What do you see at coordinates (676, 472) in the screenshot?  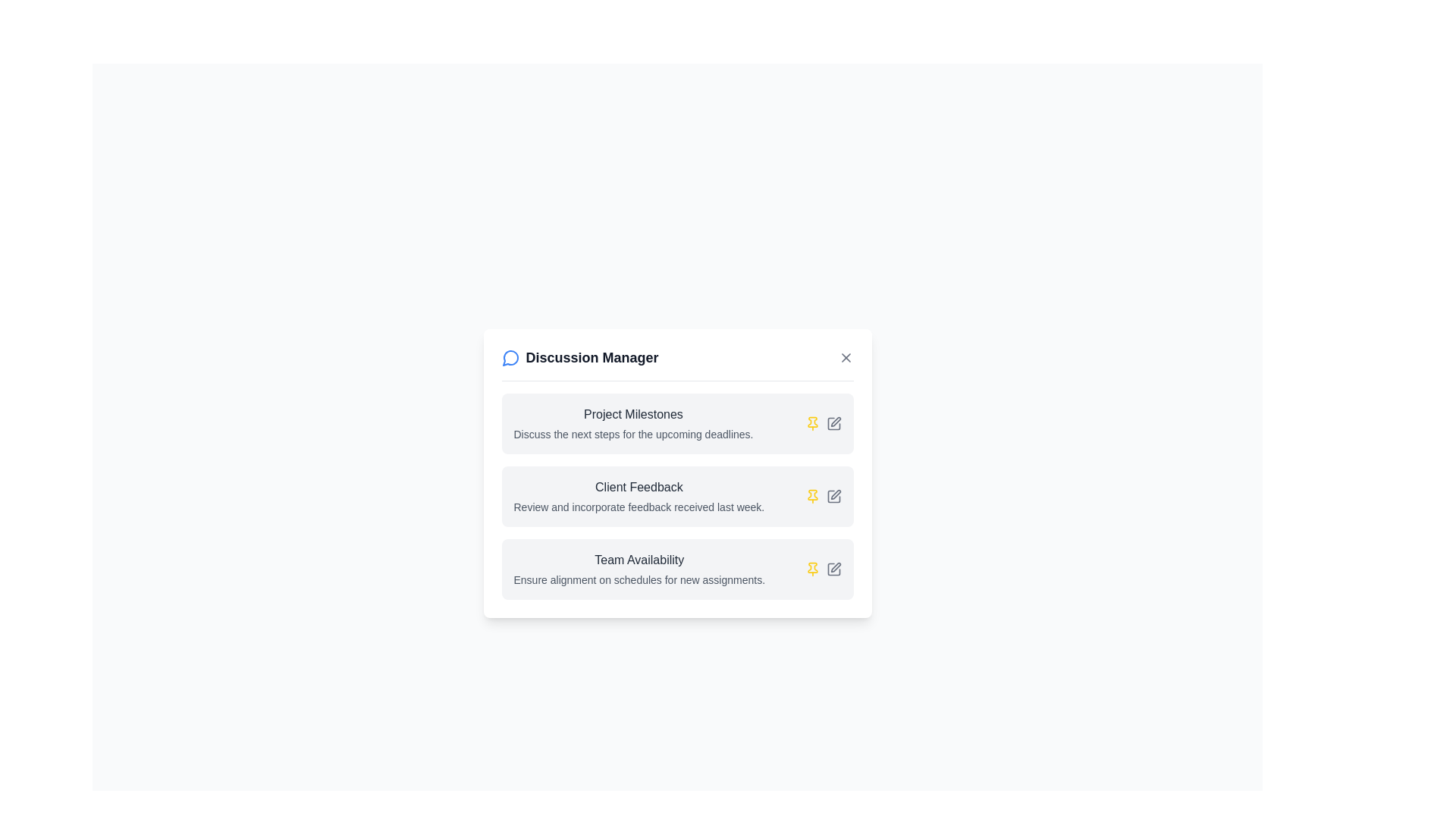 I see `the 'Client Feedback' Information card` at bounding box center [676, 472].